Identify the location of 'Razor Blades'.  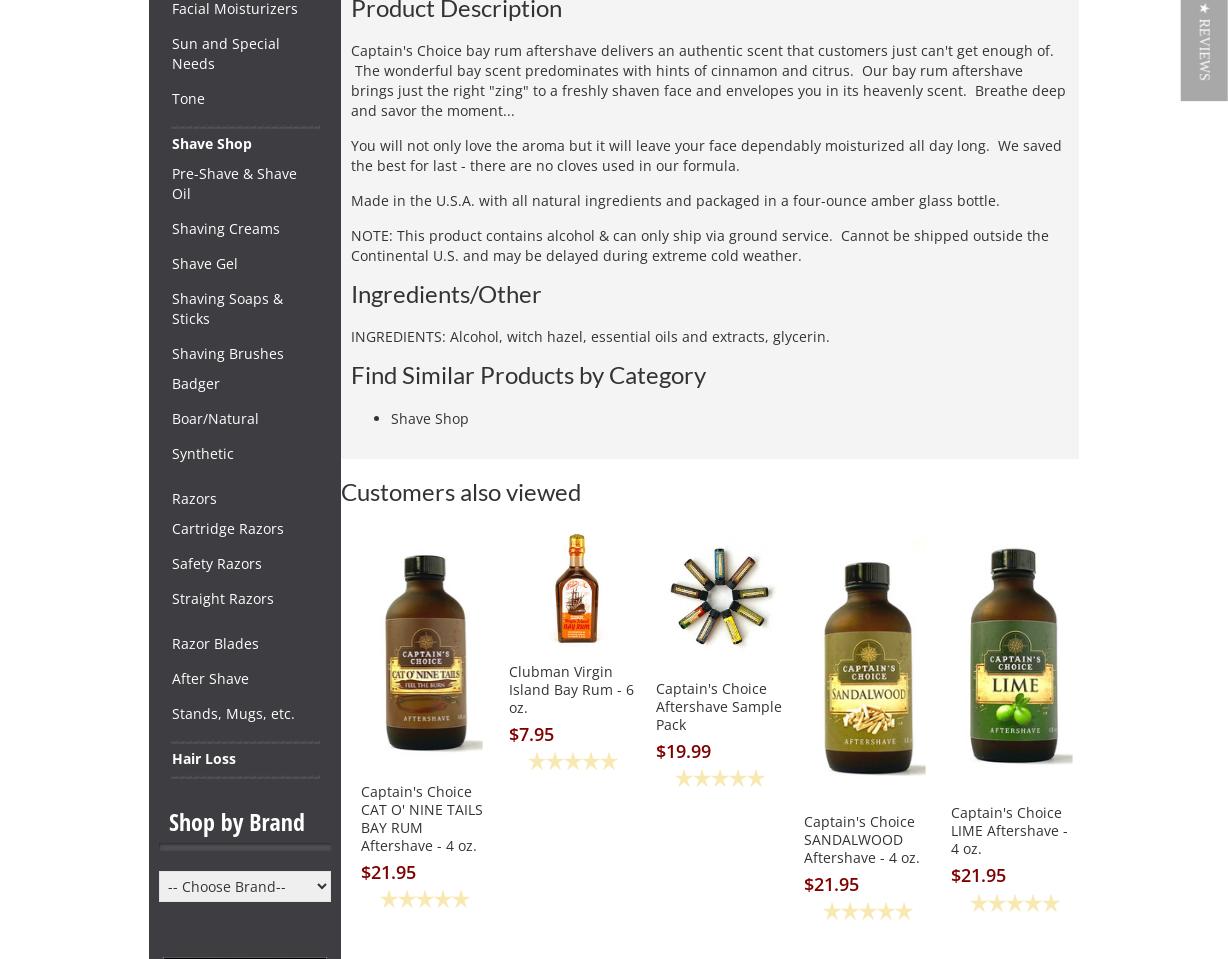
(171, 643).